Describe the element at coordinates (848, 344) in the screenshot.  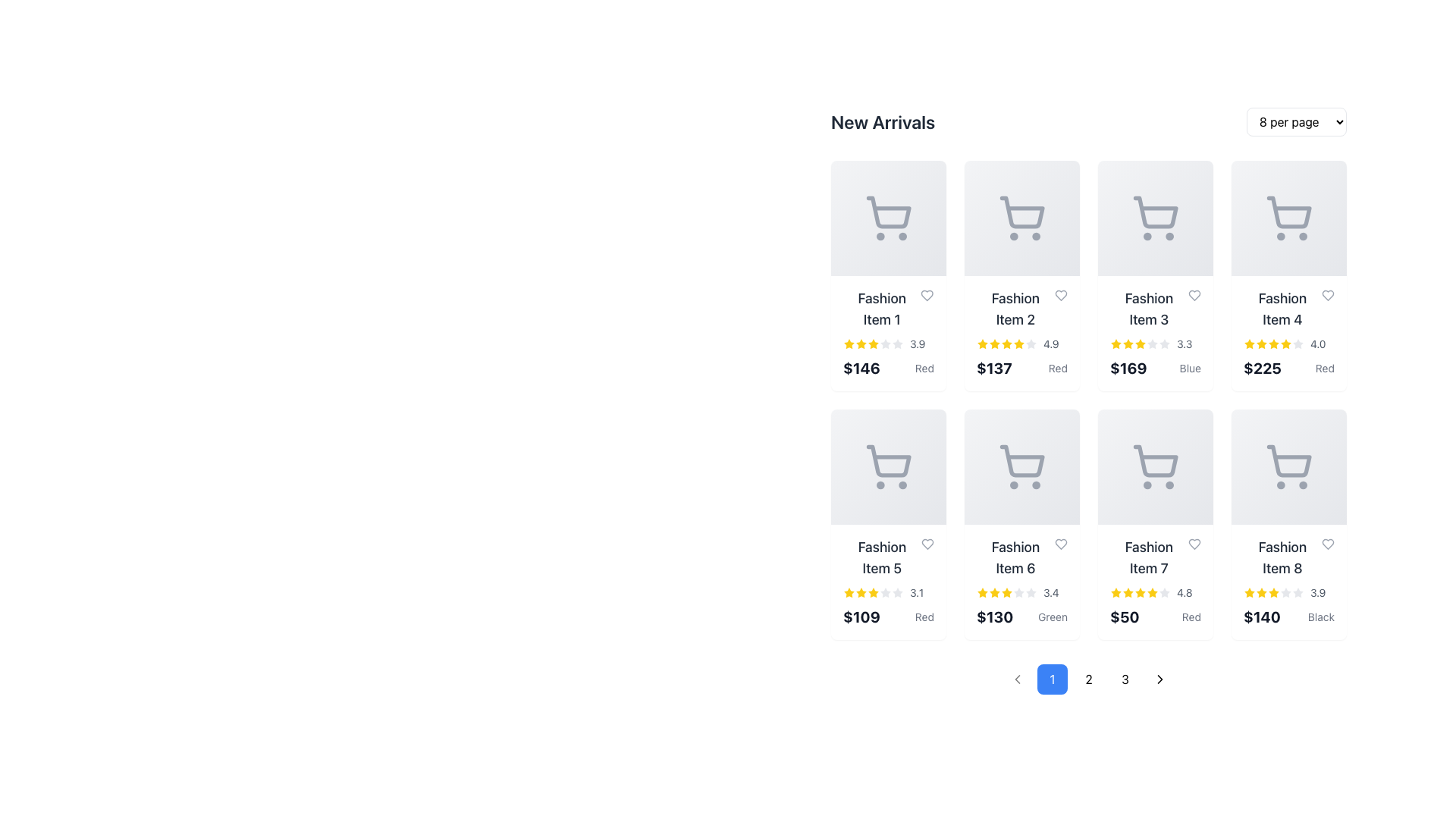
I see `the first star icon of the rating indicator under the 'Fashion Item 1' listing in the 'New Arrivals' section, next to the numeric rating value '3.9'` at that location.